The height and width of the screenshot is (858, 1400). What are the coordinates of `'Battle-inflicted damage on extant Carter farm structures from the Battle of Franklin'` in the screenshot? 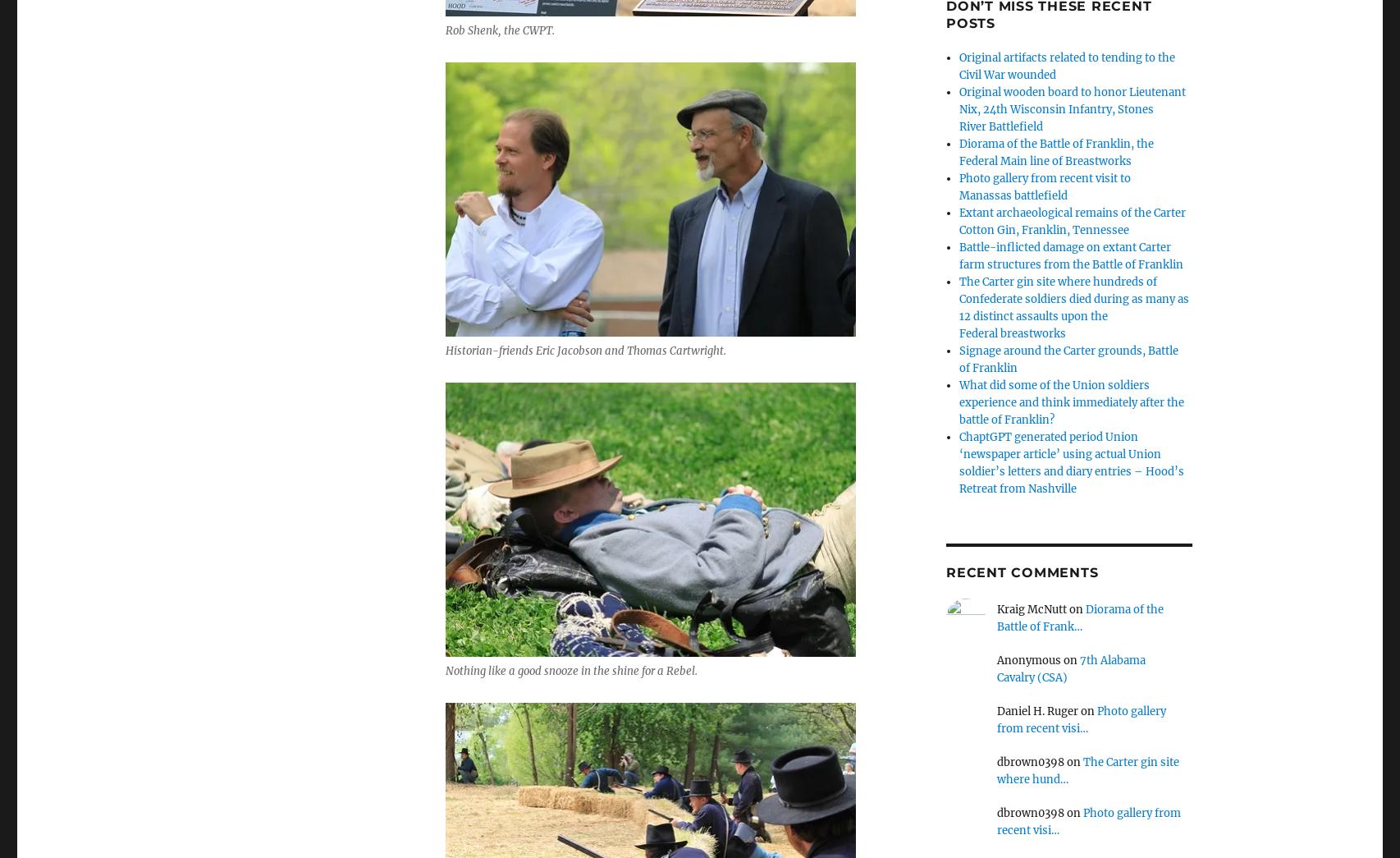 It's located at (1070, 255).